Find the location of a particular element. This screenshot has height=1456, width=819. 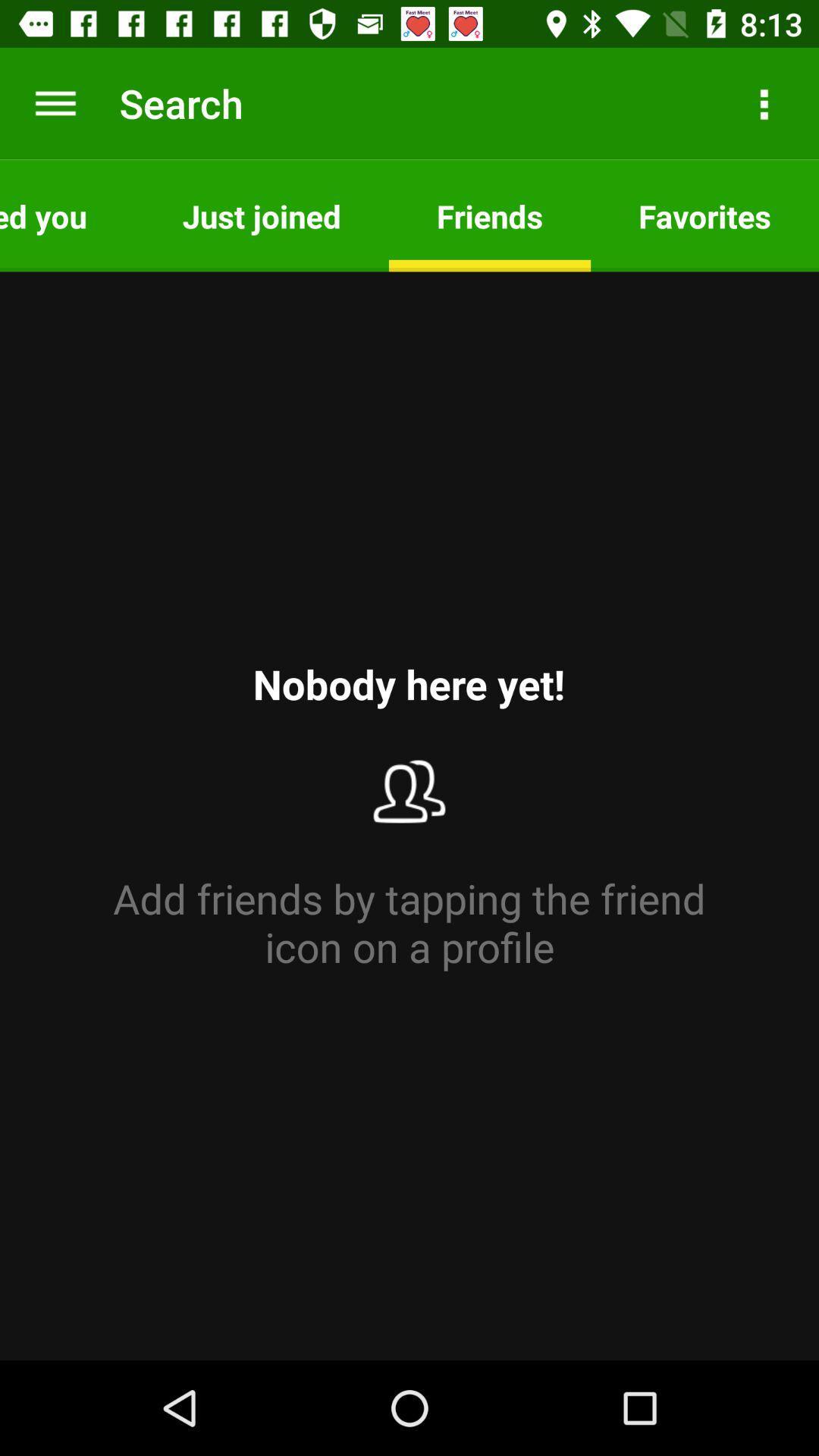

the item to the right of friends item is located at coordinates (704, 215).